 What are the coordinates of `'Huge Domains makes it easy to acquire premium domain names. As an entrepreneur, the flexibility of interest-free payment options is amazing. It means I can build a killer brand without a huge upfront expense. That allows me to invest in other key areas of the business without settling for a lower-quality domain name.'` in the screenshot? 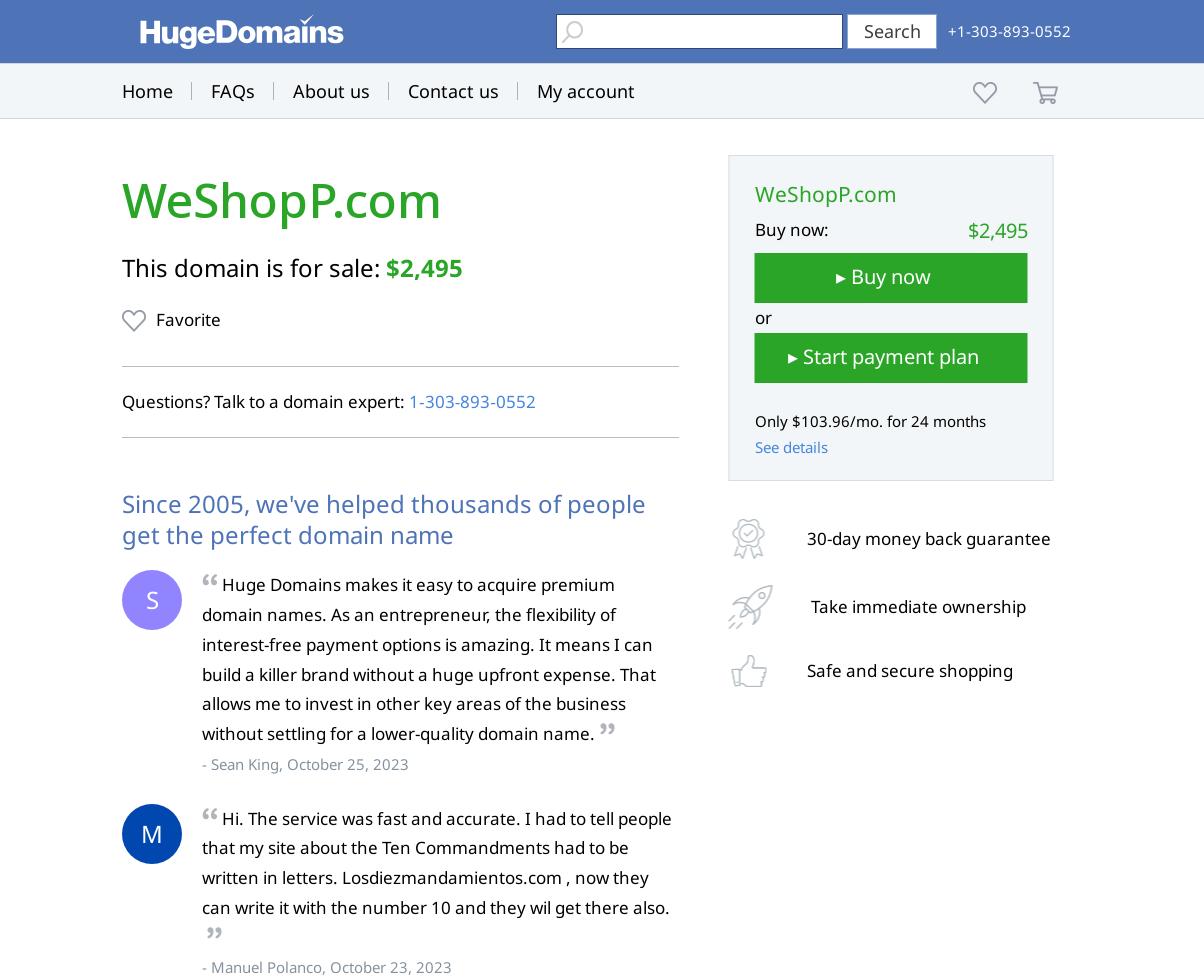 It's located at (428, 658).